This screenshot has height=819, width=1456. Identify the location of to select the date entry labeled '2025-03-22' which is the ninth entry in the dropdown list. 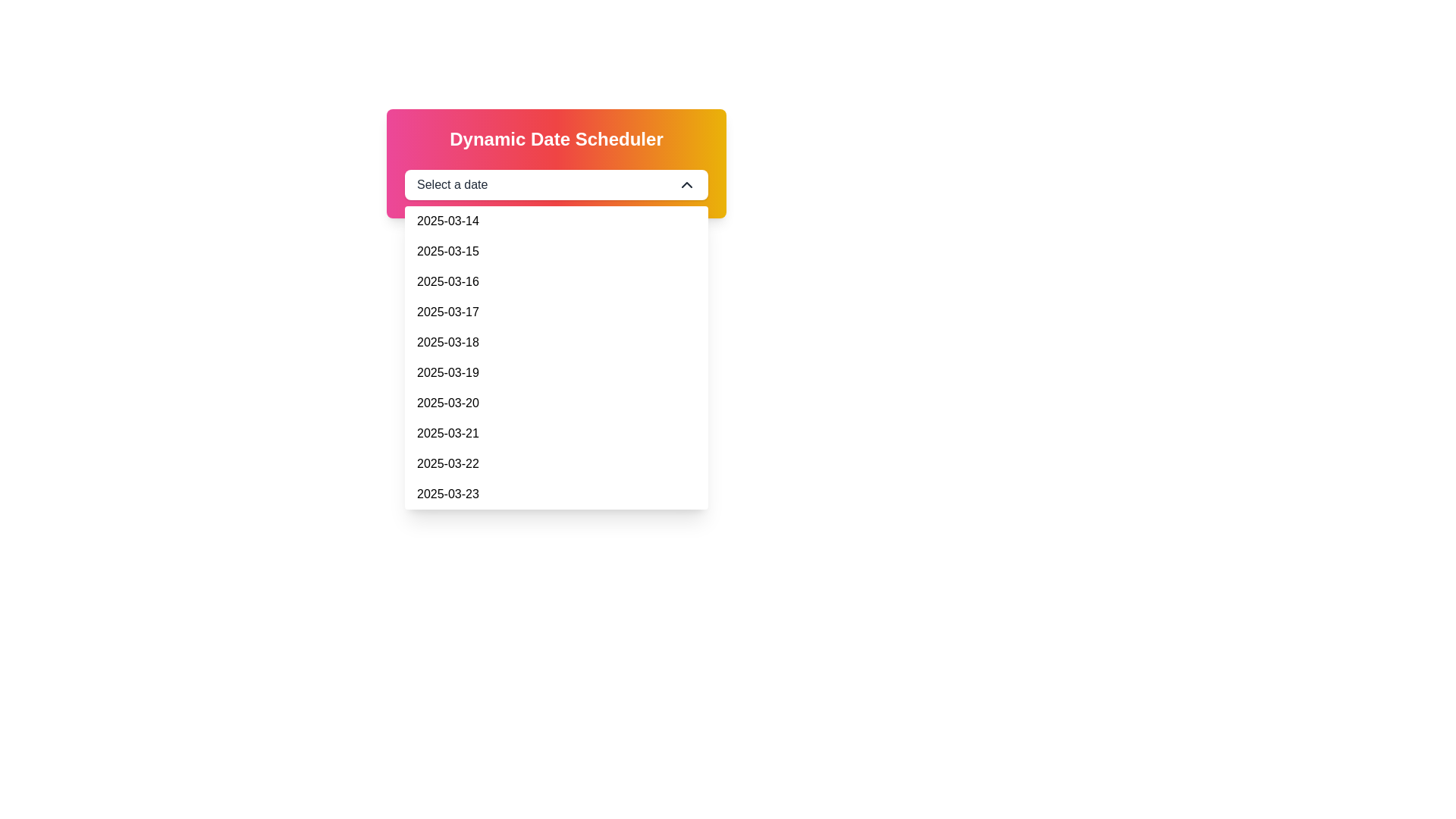
(447, 463).